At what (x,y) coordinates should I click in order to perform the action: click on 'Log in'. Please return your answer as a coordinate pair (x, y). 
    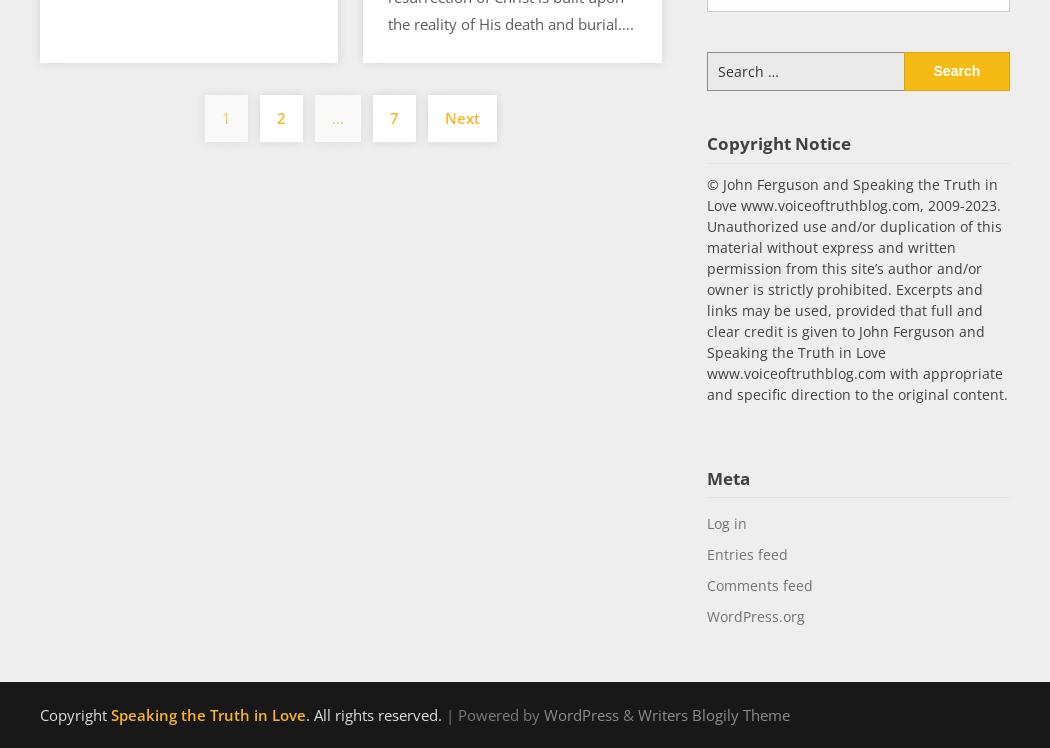
    Looking at the image, I should click on (706, 522).